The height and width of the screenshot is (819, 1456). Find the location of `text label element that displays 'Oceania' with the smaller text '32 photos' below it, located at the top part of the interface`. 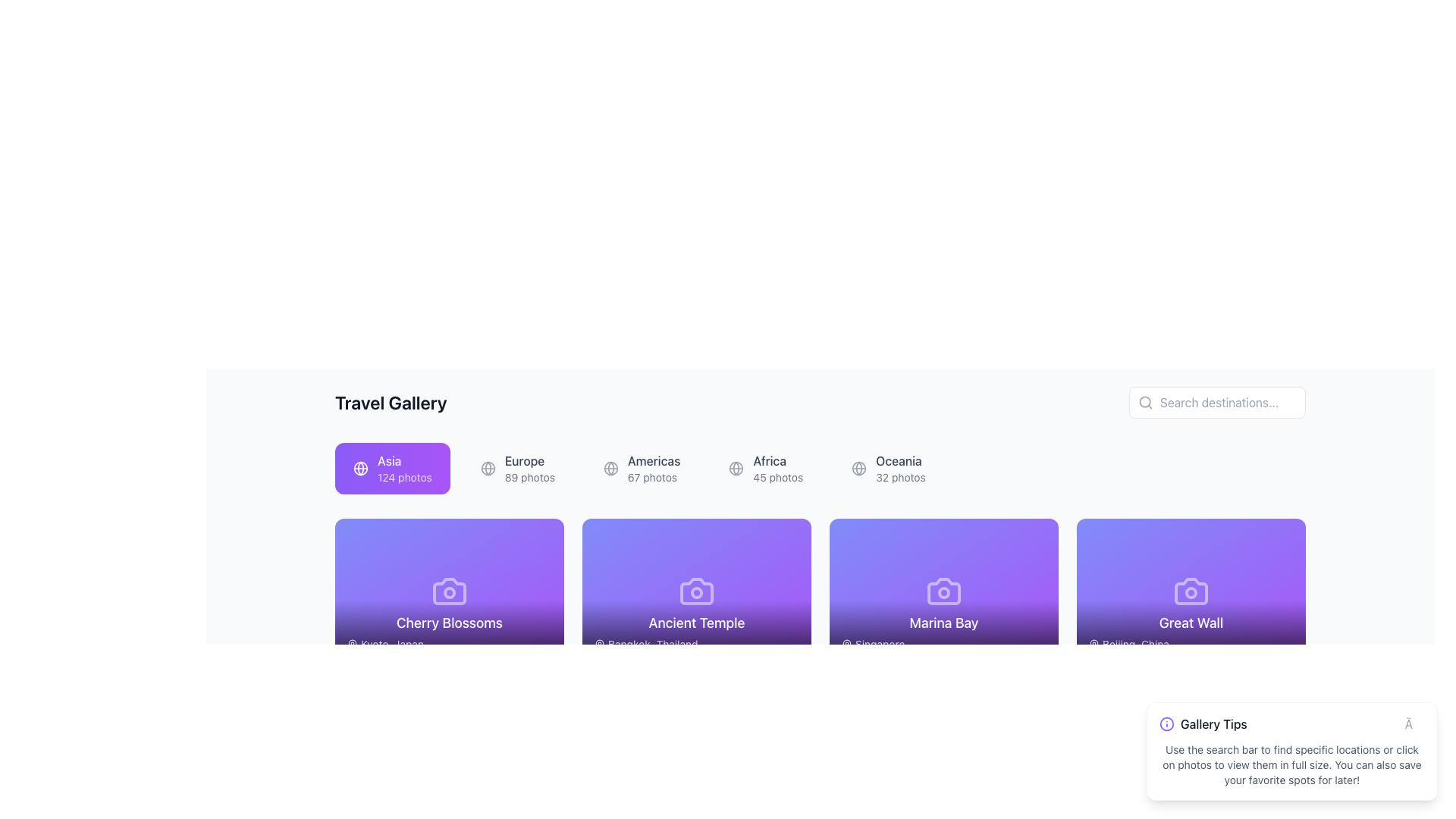

text label element that displays 'Oceania' with the smaller text '32 photos' below it, located at the top part of the interface is located at coordinates (900, 467).